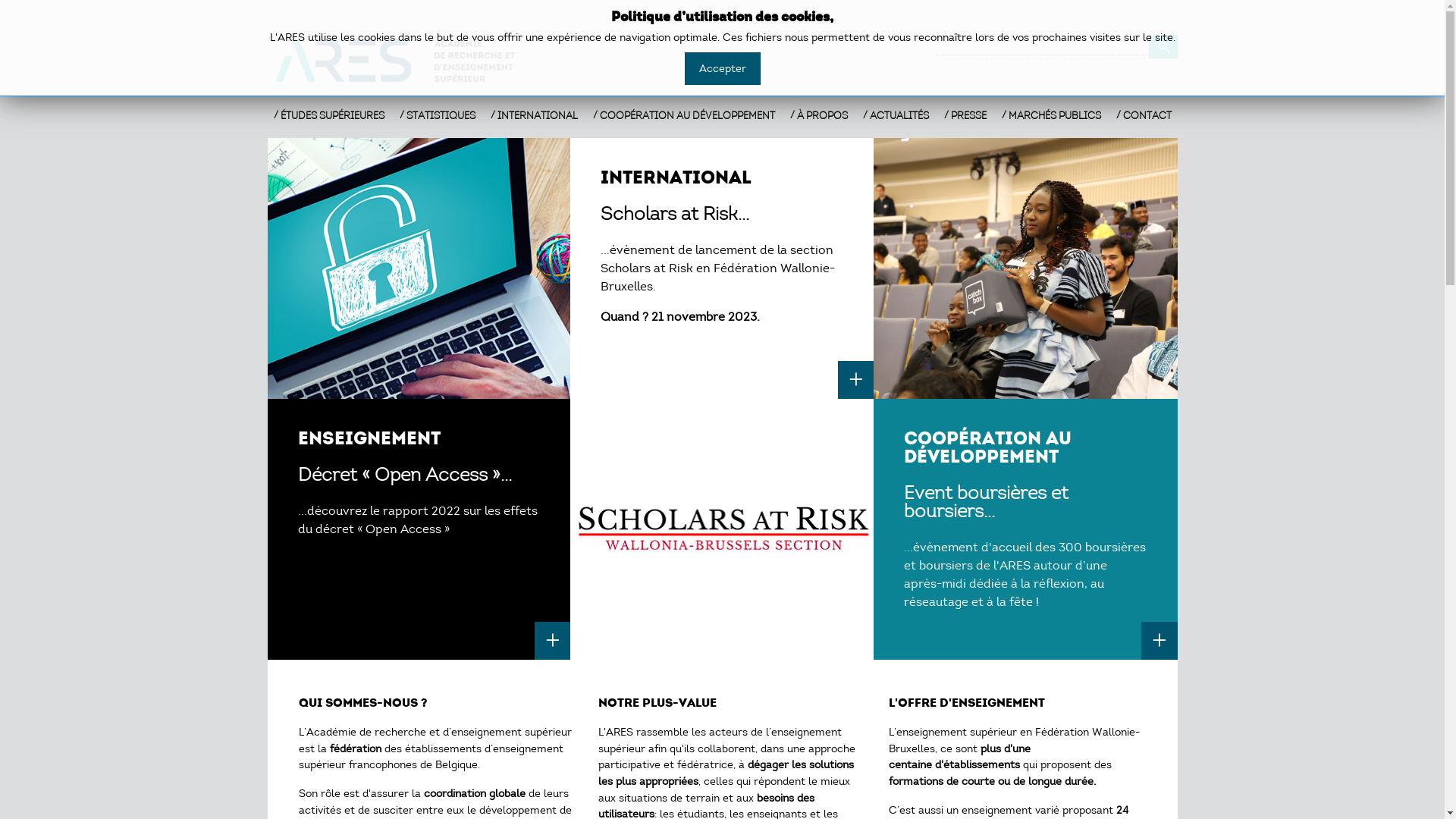 This screenshot has height=819, width=1456. Describe the element at coordinates (855, 379) in the screenshot. I see `'+'` at that location.